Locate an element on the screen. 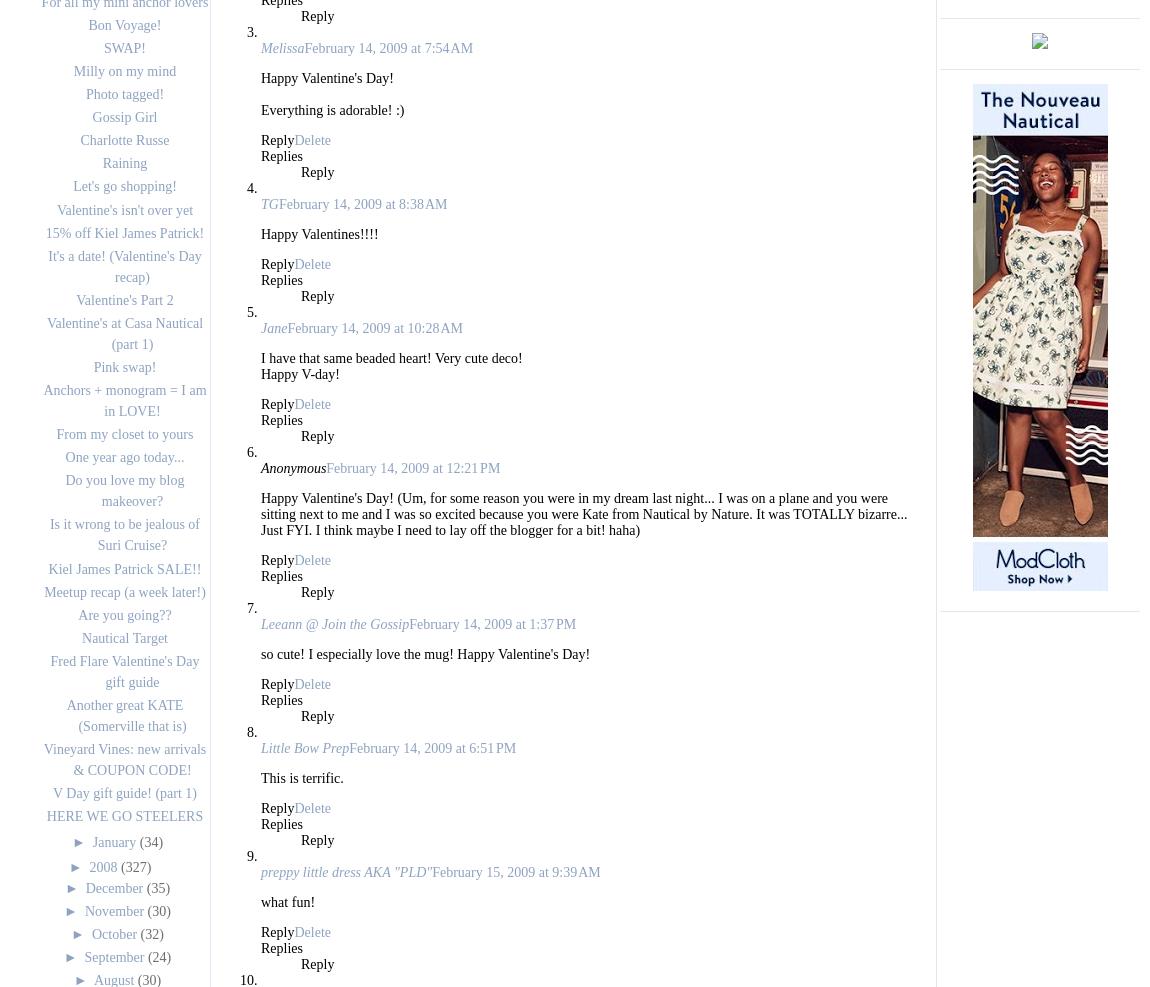  'Do you love my blog makeover?' is located at coordinates (123, 490).